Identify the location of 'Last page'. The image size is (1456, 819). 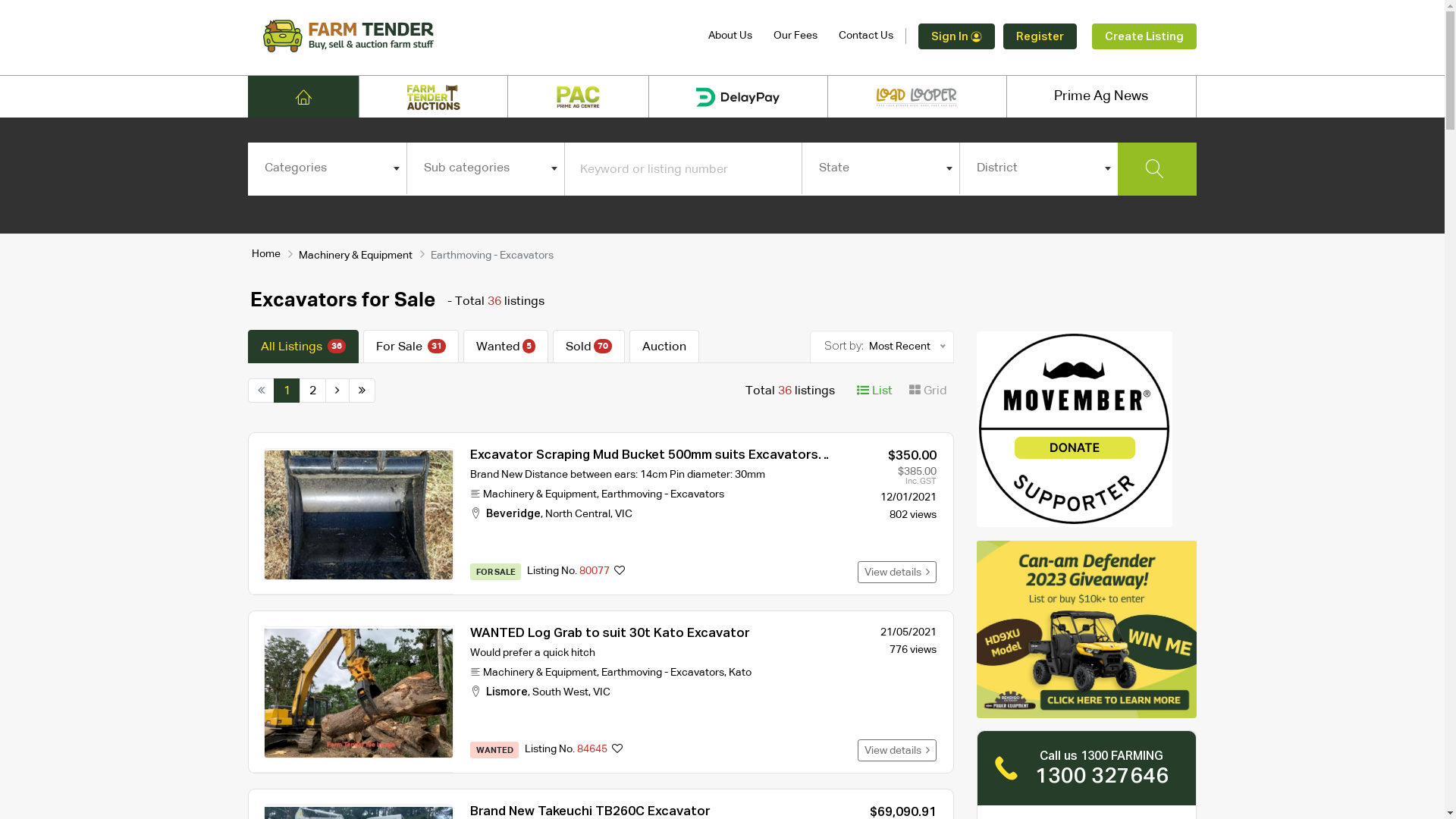
(361, 390).